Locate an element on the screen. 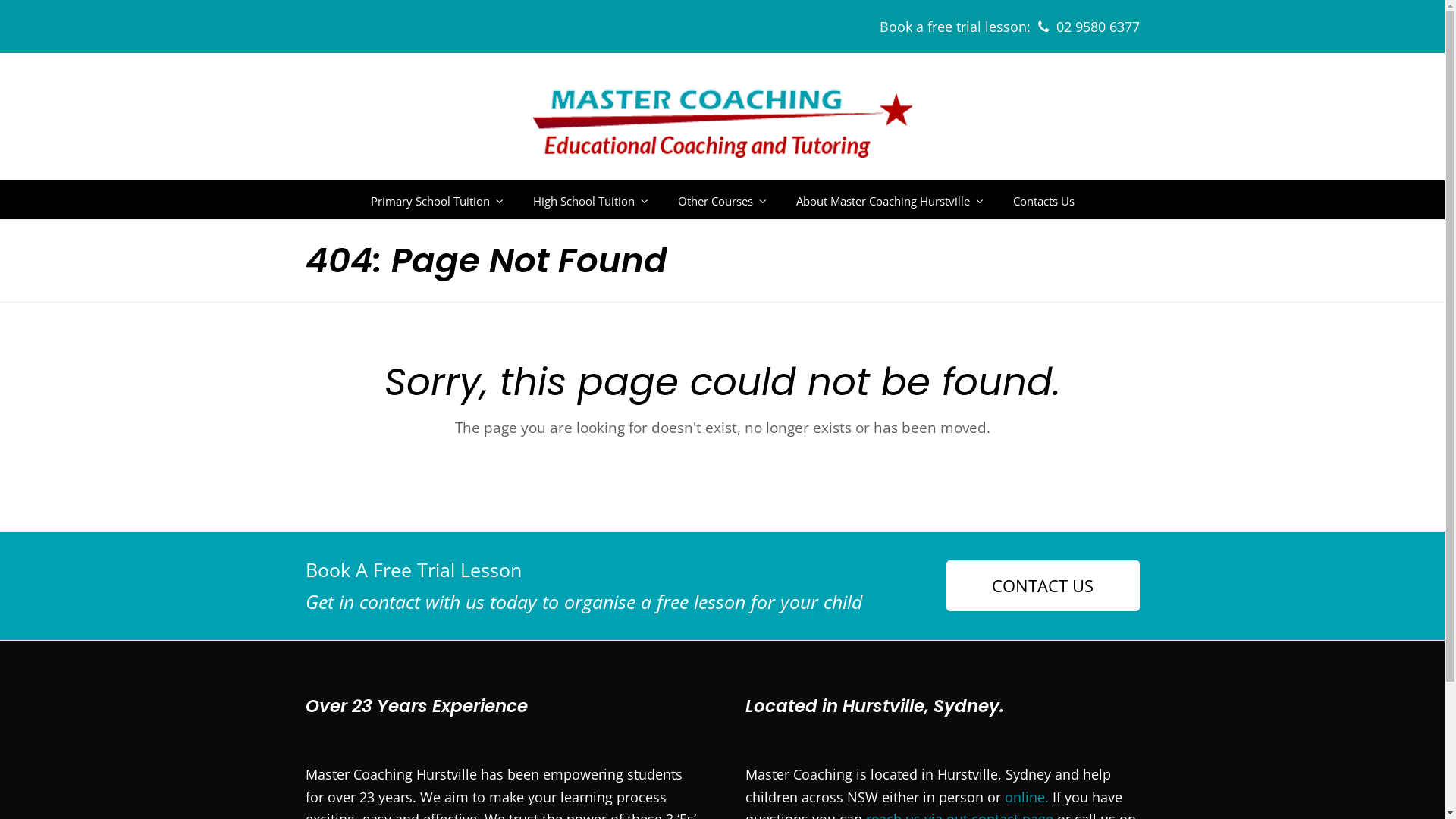  'CONTACT US' is located at coordinates (1042, 585).